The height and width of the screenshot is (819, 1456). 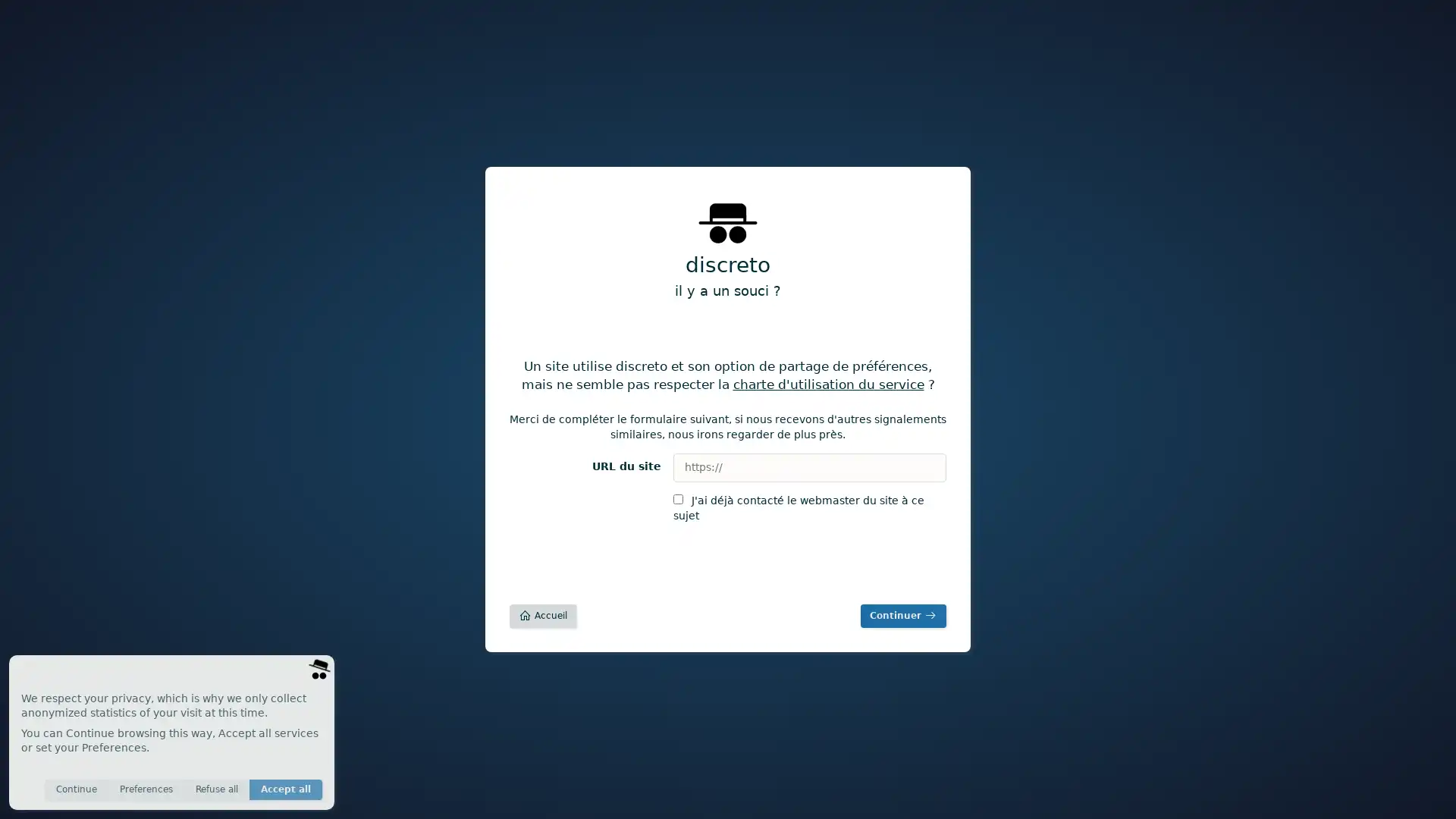 What do you see at coordinates (75, 789) in the screenshot?
I see `Continue` at bounding box center [75, 789].